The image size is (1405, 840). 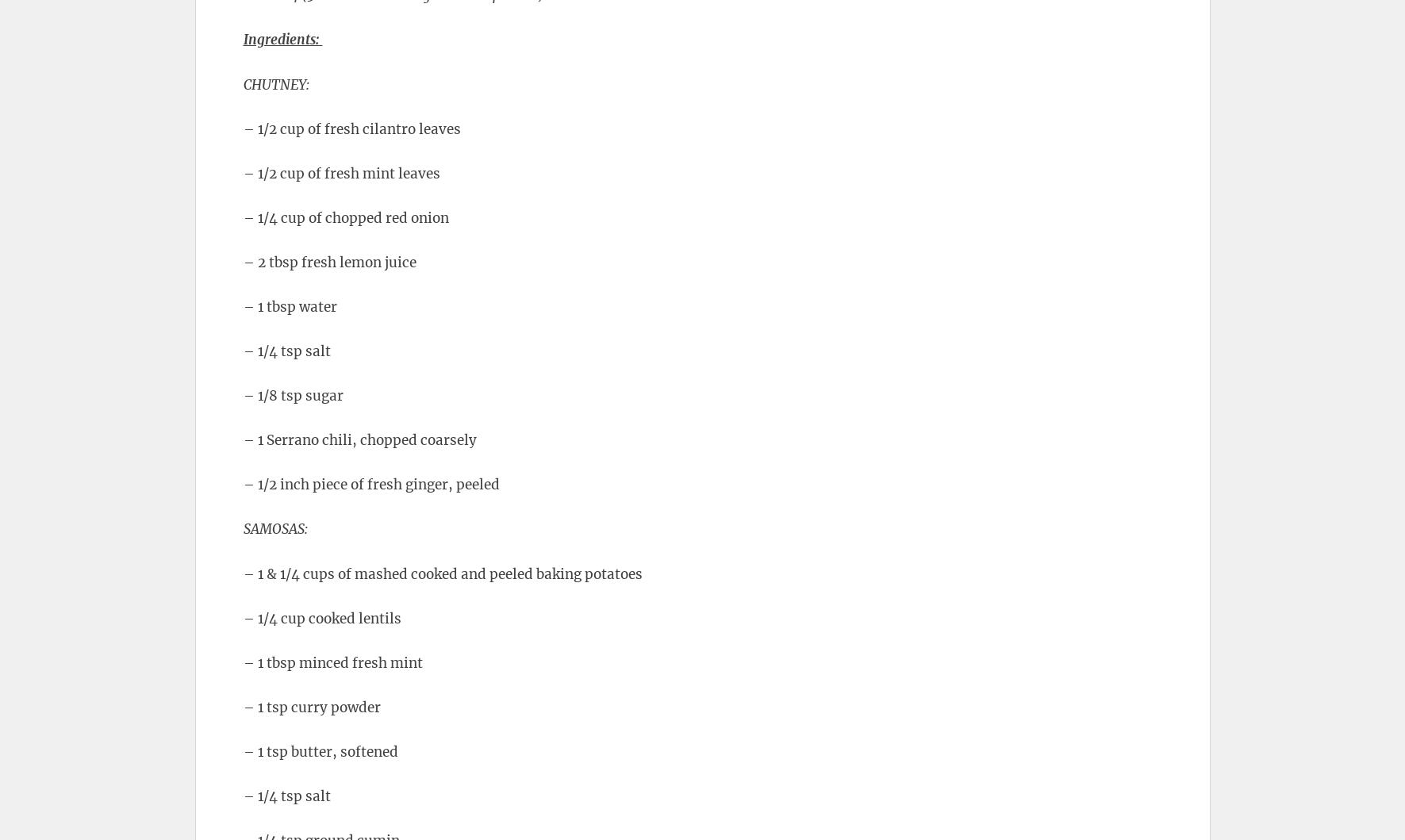 What do you see at coordinates (345, 217) in the screenshot?
I see `'– 1/4 cup of chopped red onion'` at bounding box center [345, 217].